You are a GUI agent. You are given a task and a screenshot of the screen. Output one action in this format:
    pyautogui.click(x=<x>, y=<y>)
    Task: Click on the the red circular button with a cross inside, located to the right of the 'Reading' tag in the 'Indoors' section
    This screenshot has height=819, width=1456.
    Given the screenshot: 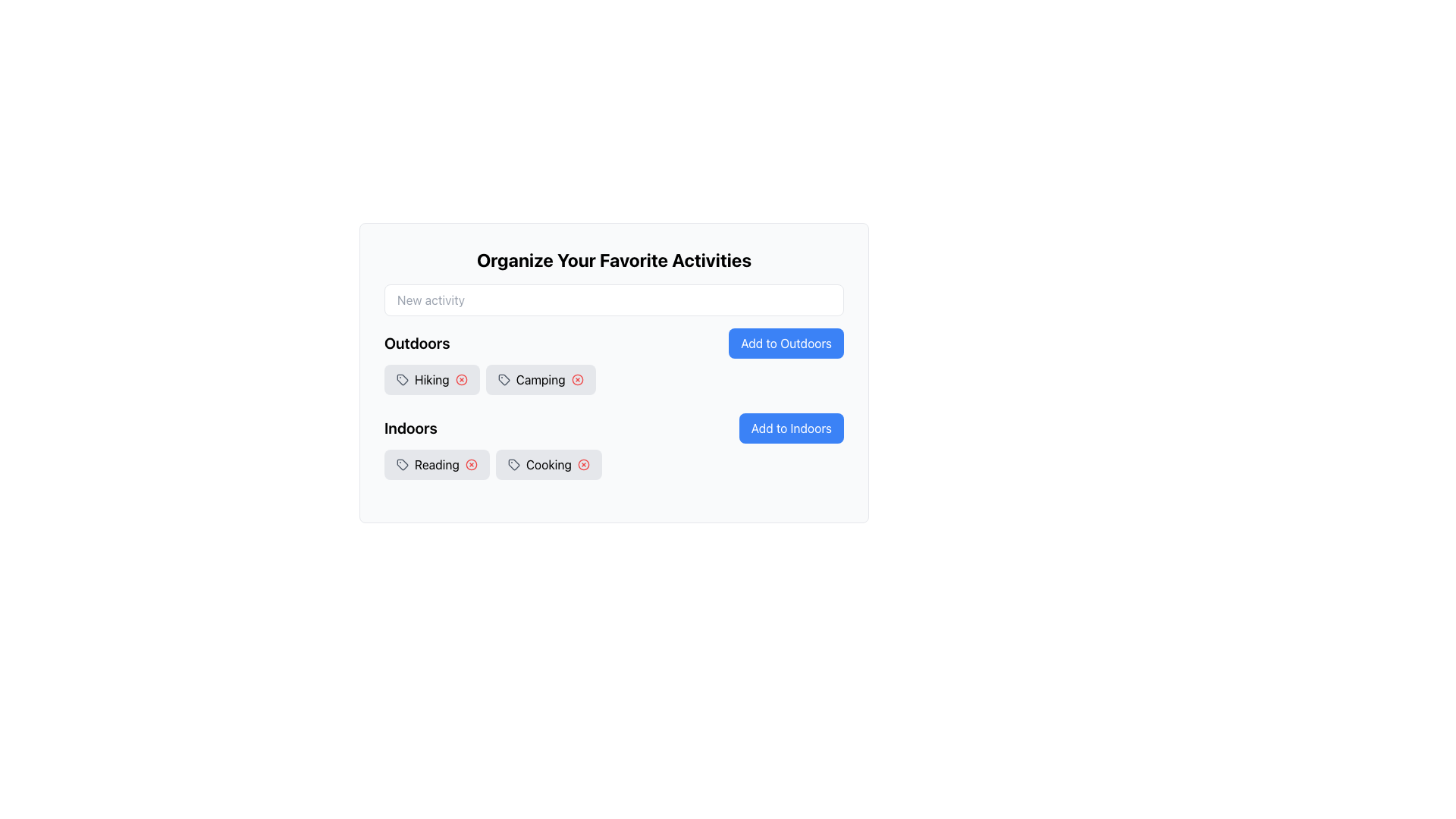 What is the action you would take?
    pyautogui.click(x=470, y=464)
    